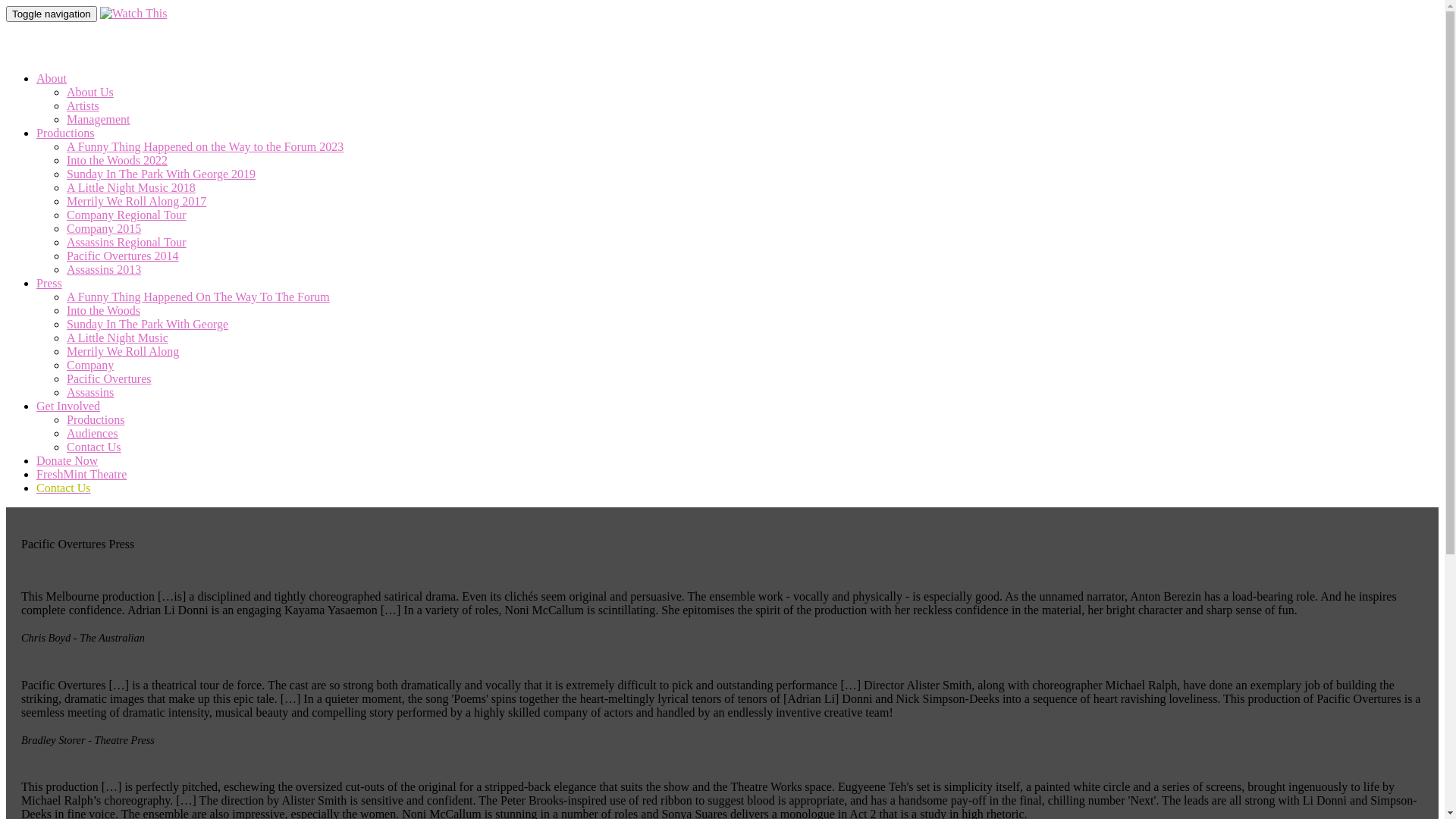 The width and height of the screenshot is (1456, 819). What do you see at coordinates (51, 14) in the screenshot?
I see `'Toggle navigation'` at bounding box center [51, 14].